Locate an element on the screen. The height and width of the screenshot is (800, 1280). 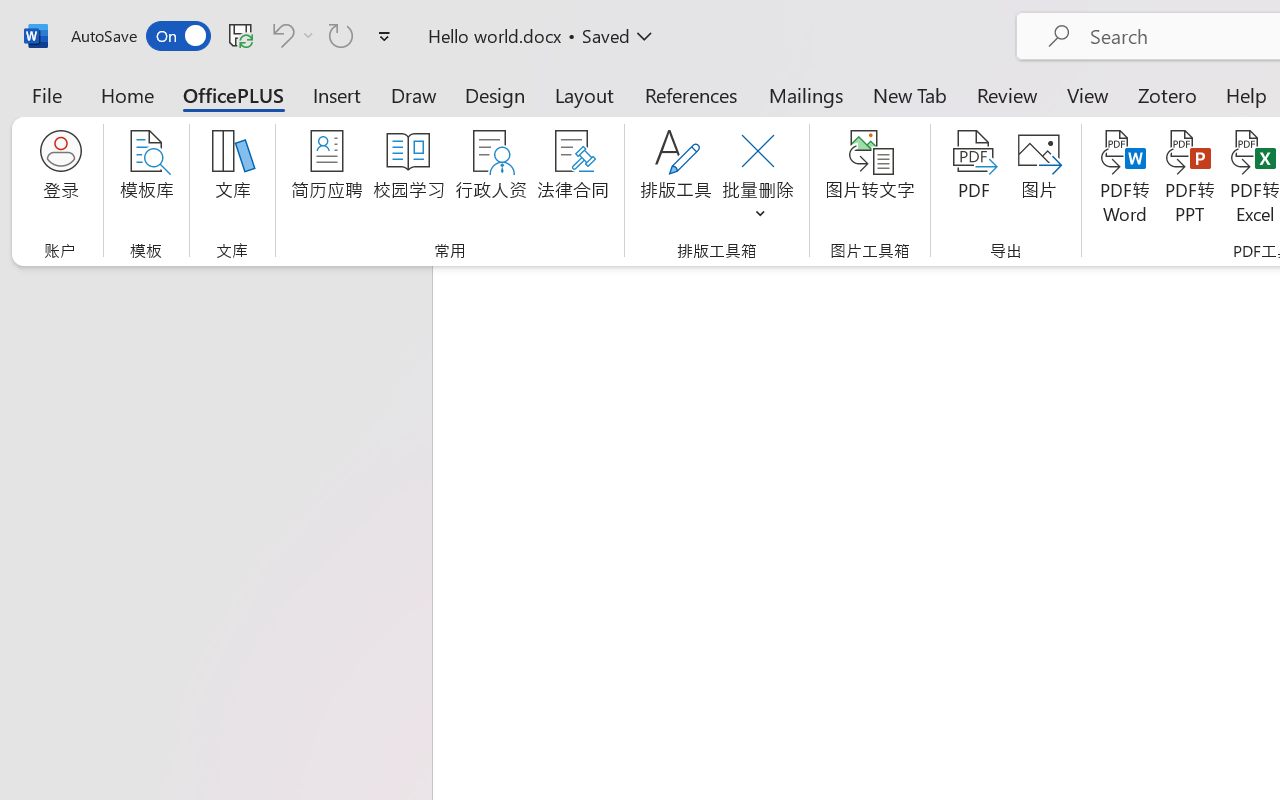
'File Tab' is located at coordinates (46, 94).